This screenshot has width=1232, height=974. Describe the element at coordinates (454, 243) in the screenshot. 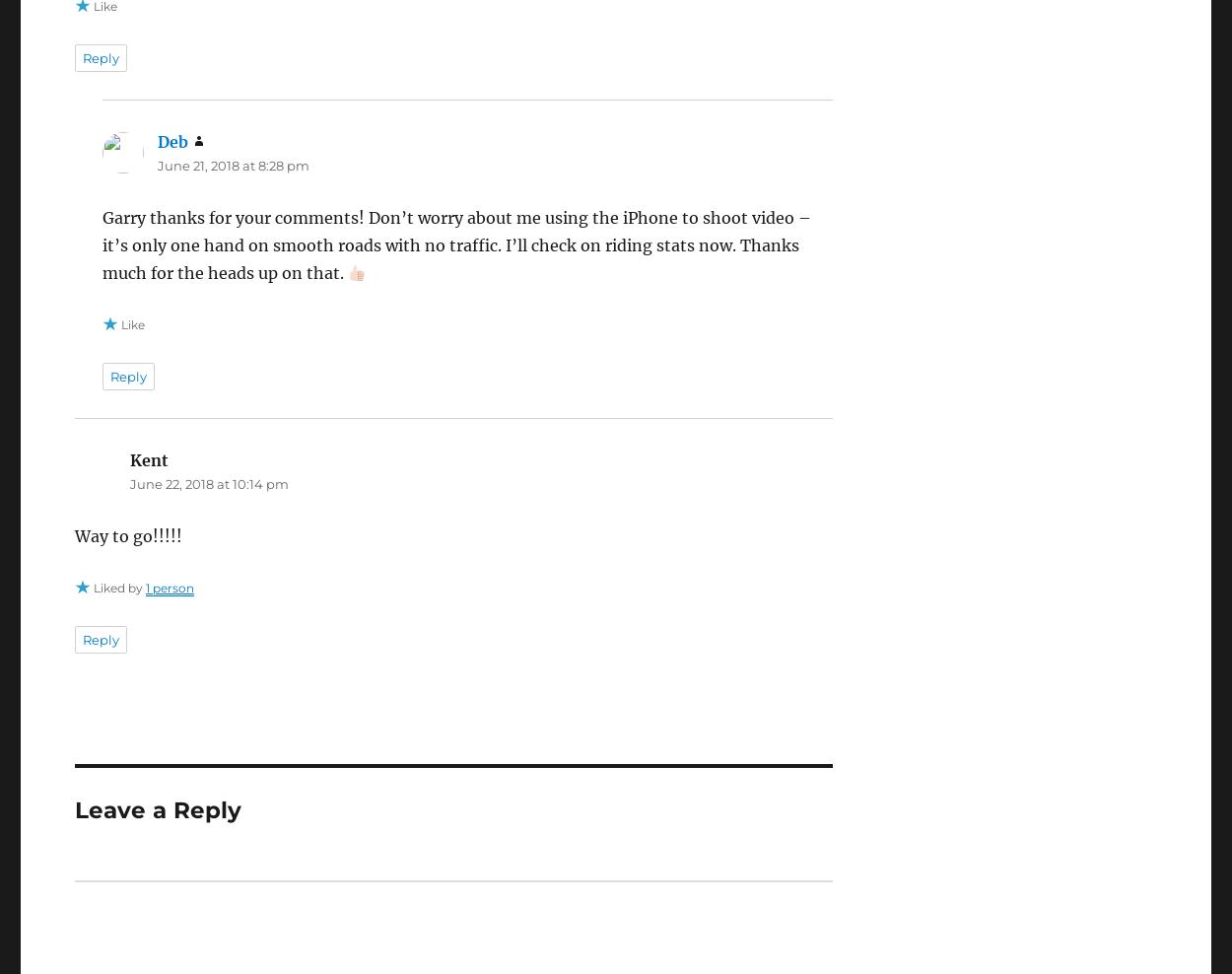

I see `'Garry thanks for your comments!  Don’t worry about me using the iPhone to shoot video – it’s only one hand on smooth roads with no traffic. I’ll check on riding stats now. Thanks much for the heads up on that.'` at that location.